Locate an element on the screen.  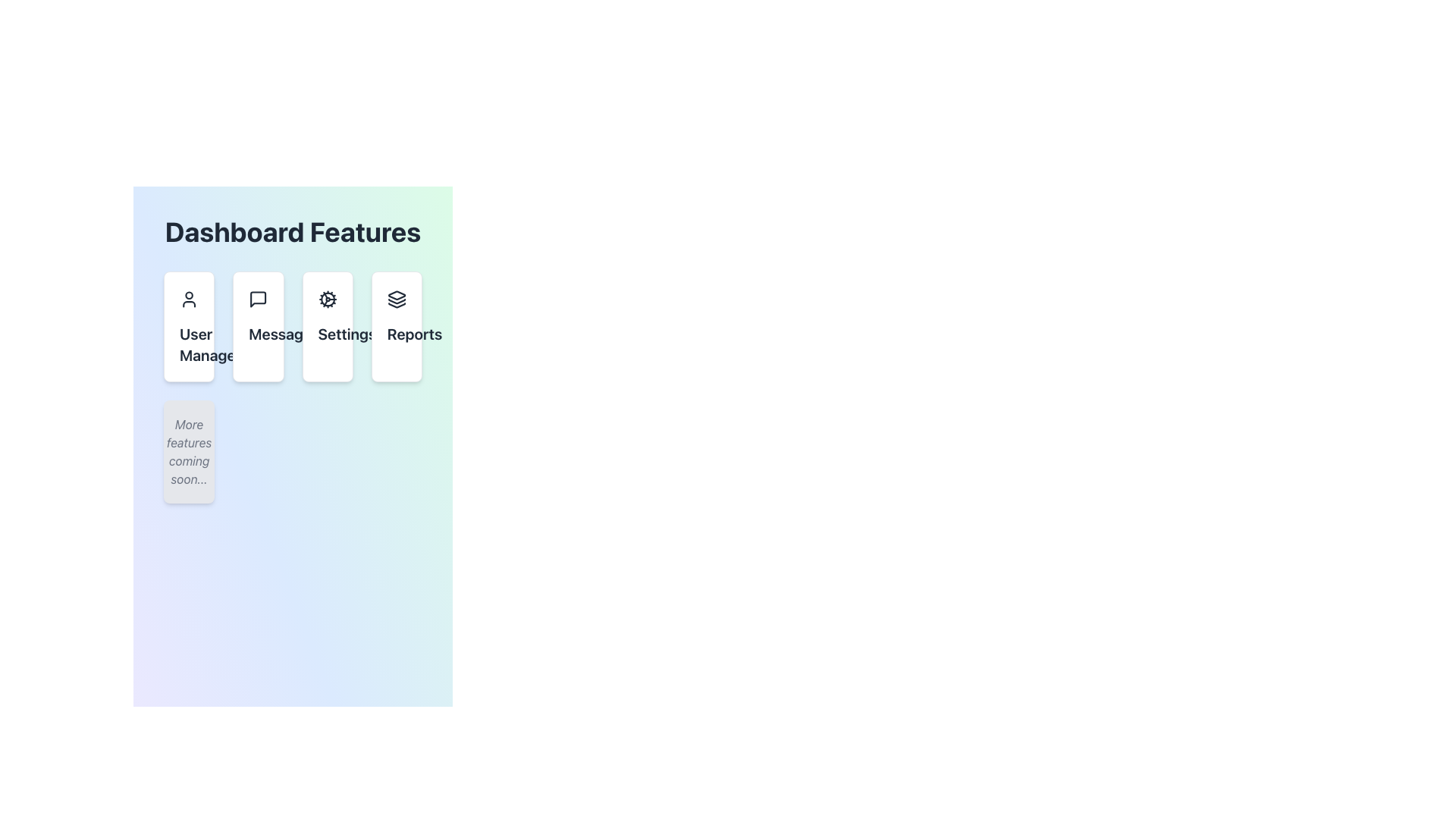
the 'Settings' title text label is located at coordinates (327, 333).